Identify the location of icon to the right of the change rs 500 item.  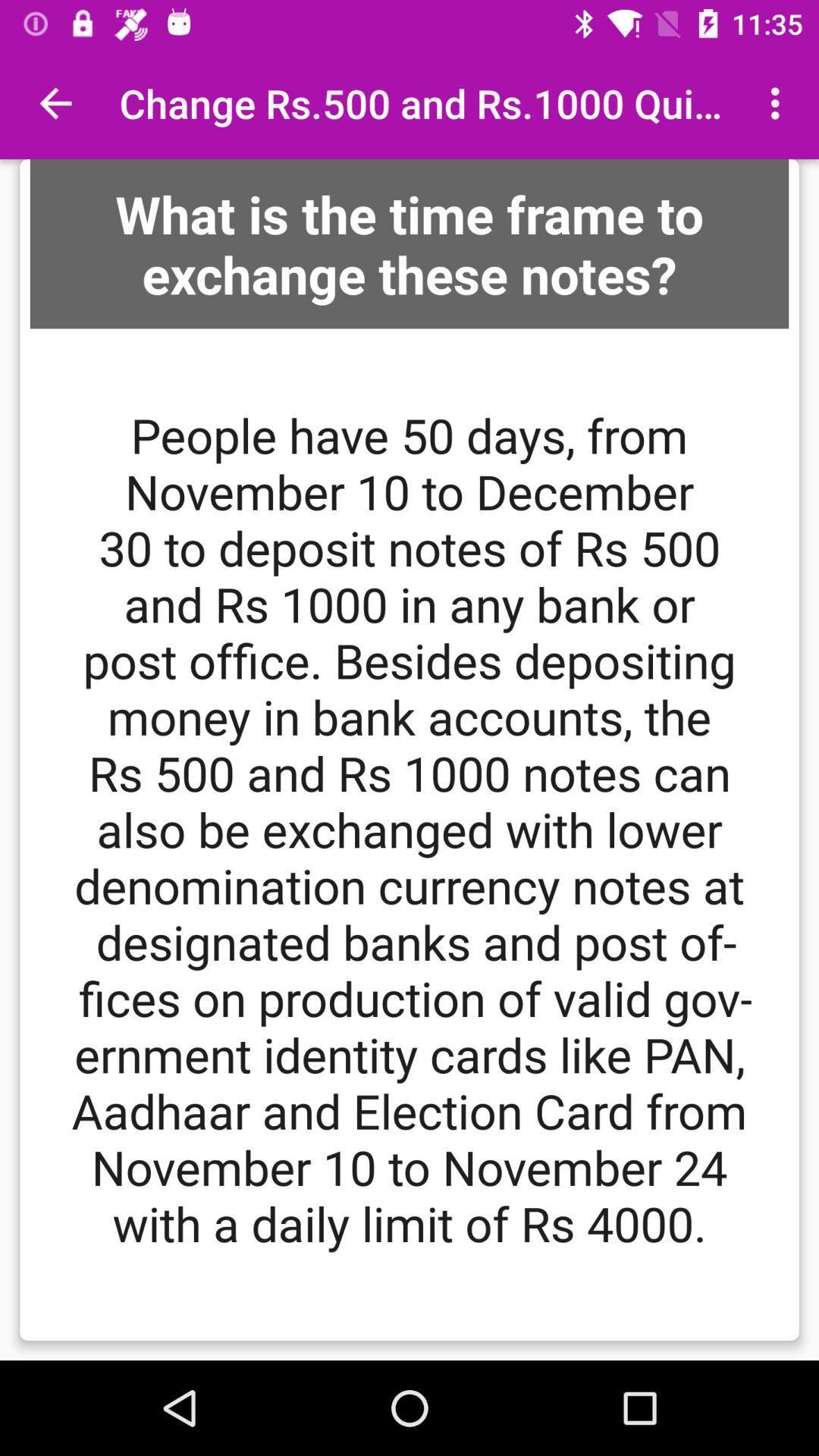
(779, 102).